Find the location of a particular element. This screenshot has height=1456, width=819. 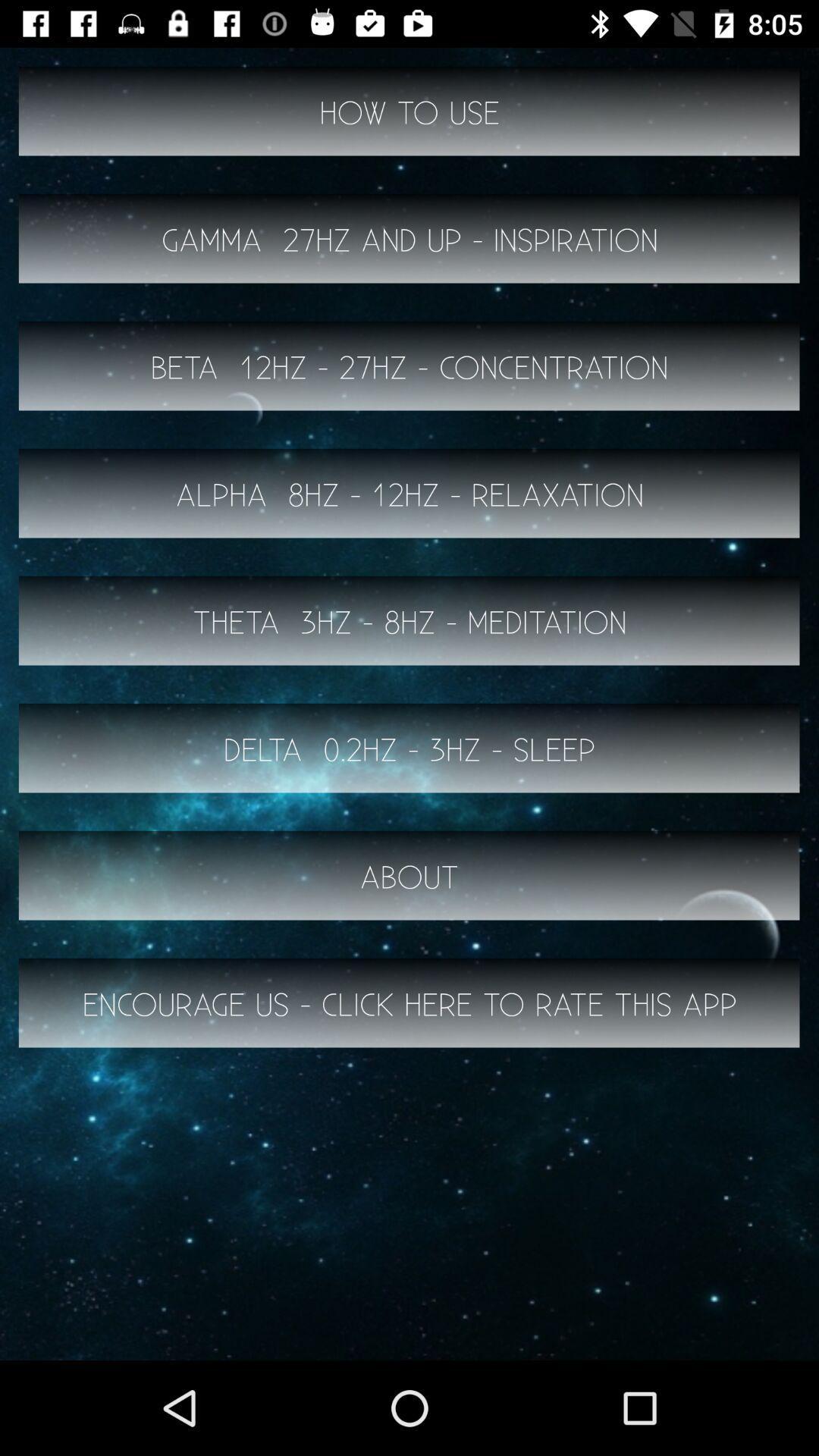

button below the how to use item is located at coordinates (409, 238).